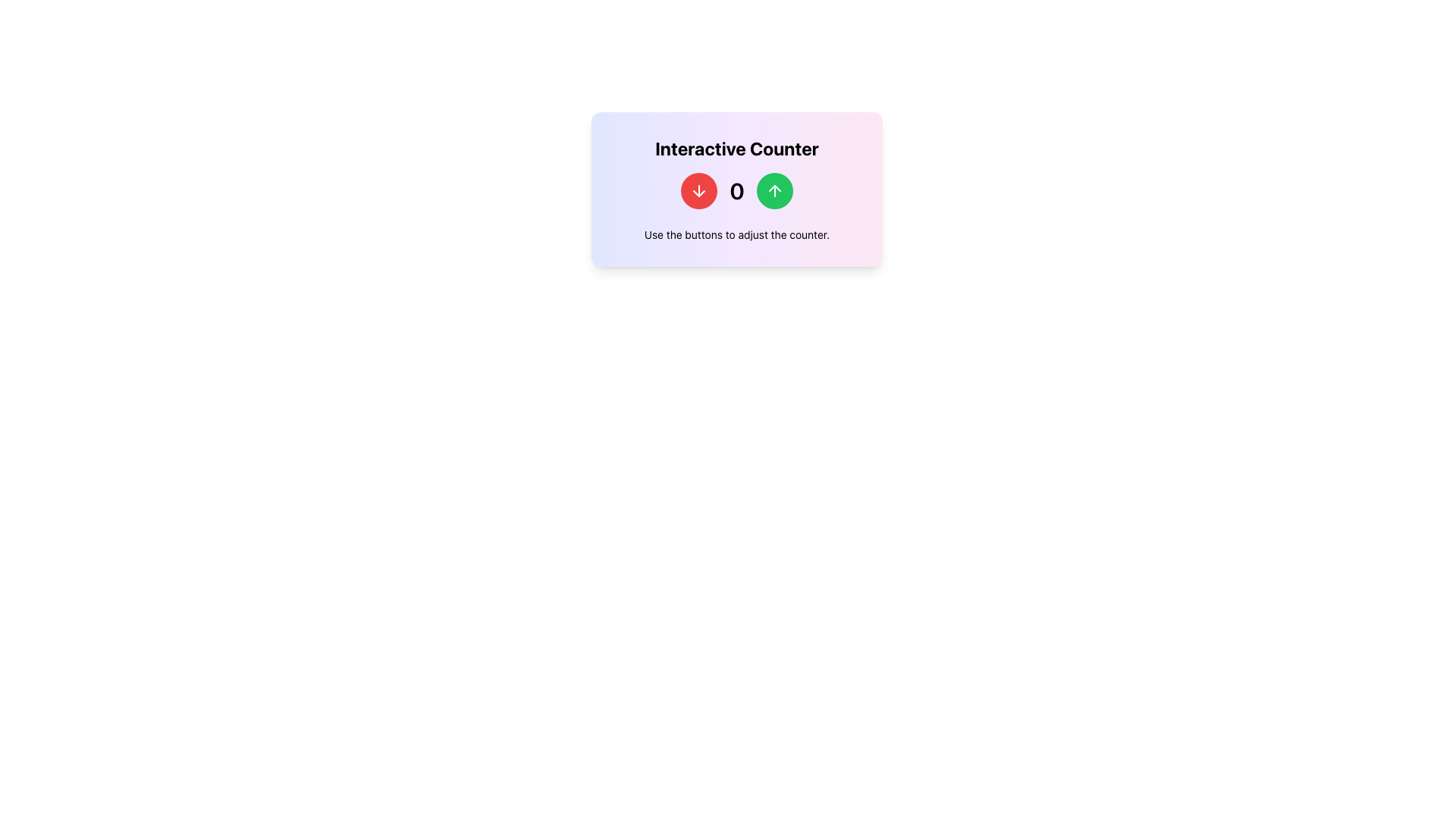 This screenshot has height=819, width=1456. What do you see at coordinates (698, 190) in the screenshot?
I see `the circular red button with a white downward arrow icon to decrement the counter display located to its right` at bounding box center [698, 190].